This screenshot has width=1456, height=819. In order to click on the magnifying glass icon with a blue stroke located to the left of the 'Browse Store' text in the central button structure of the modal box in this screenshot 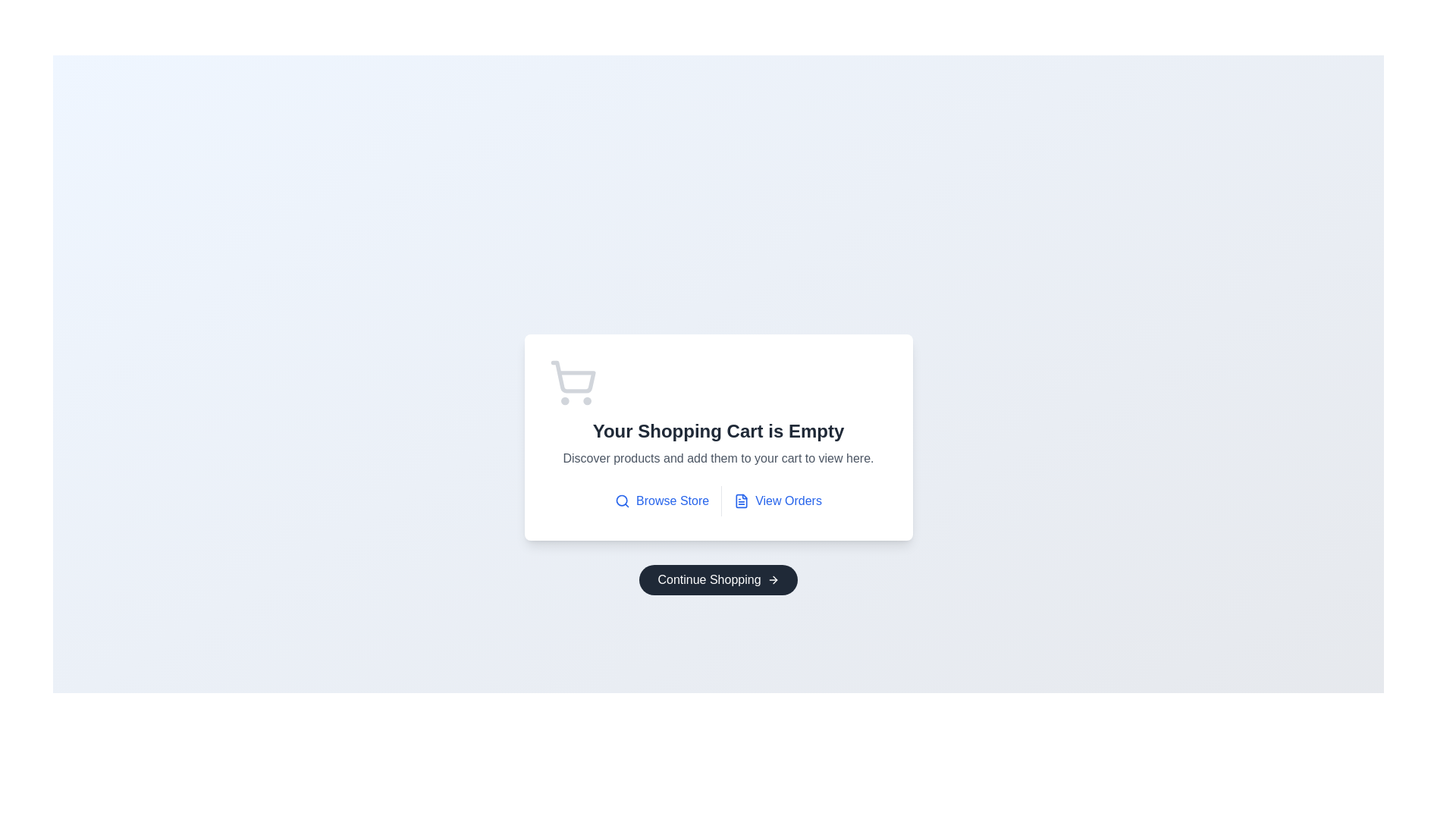, I will do `click(623, 500)`.